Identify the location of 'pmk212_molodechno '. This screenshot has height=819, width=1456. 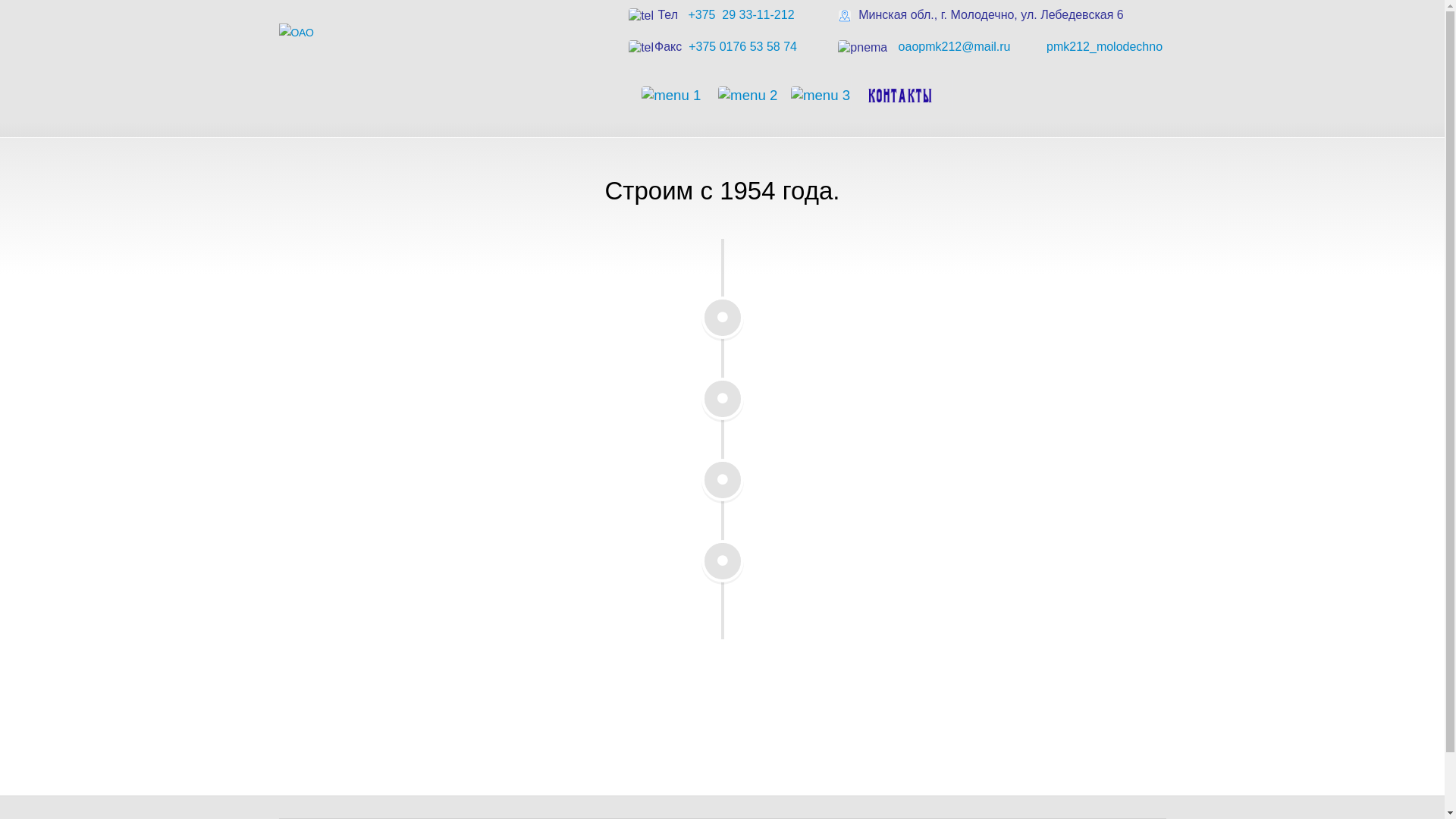
(1106, 45).